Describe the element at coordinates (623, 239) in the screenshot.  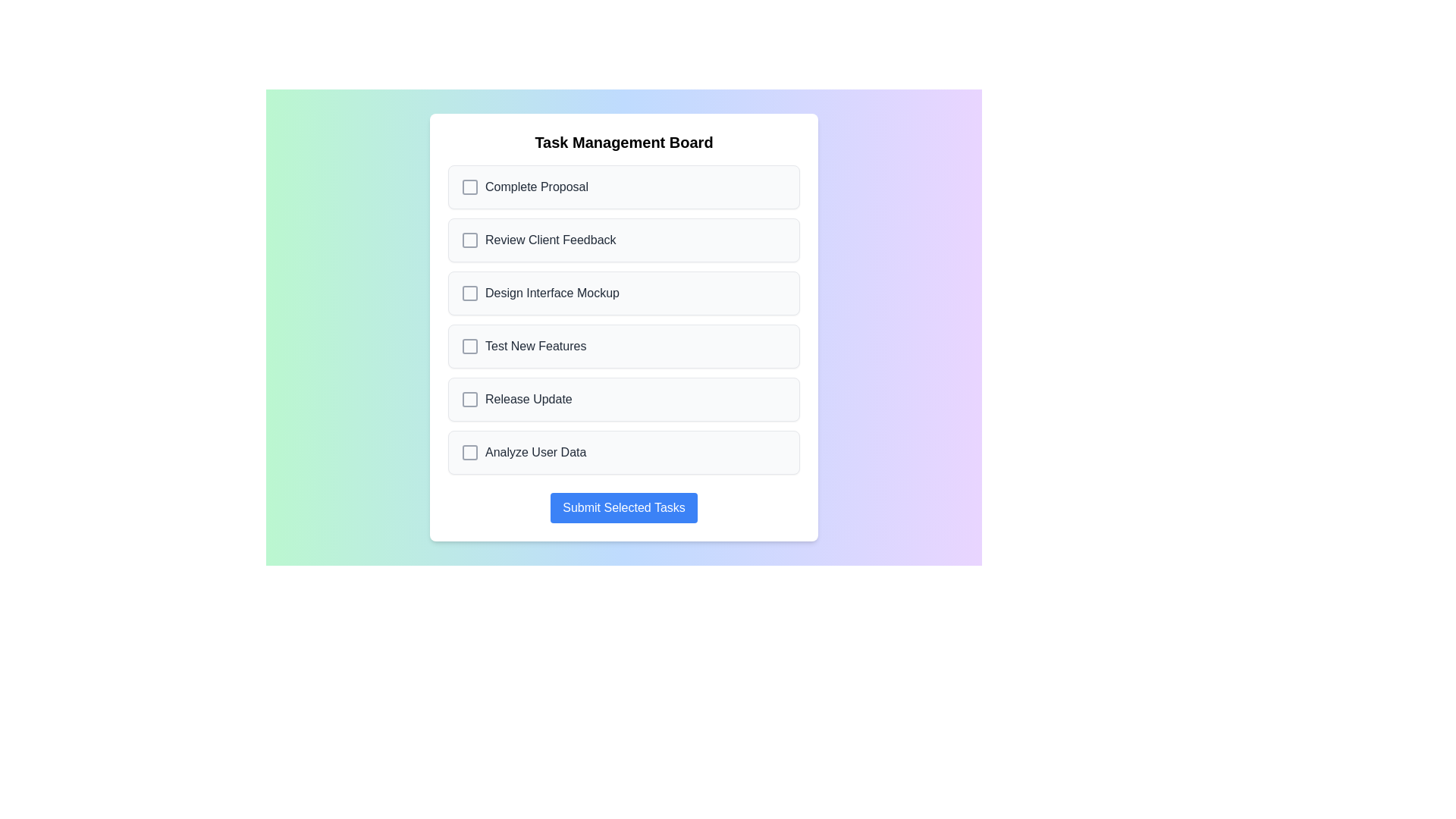
I see `the task named Review Client Feedback` at that location.